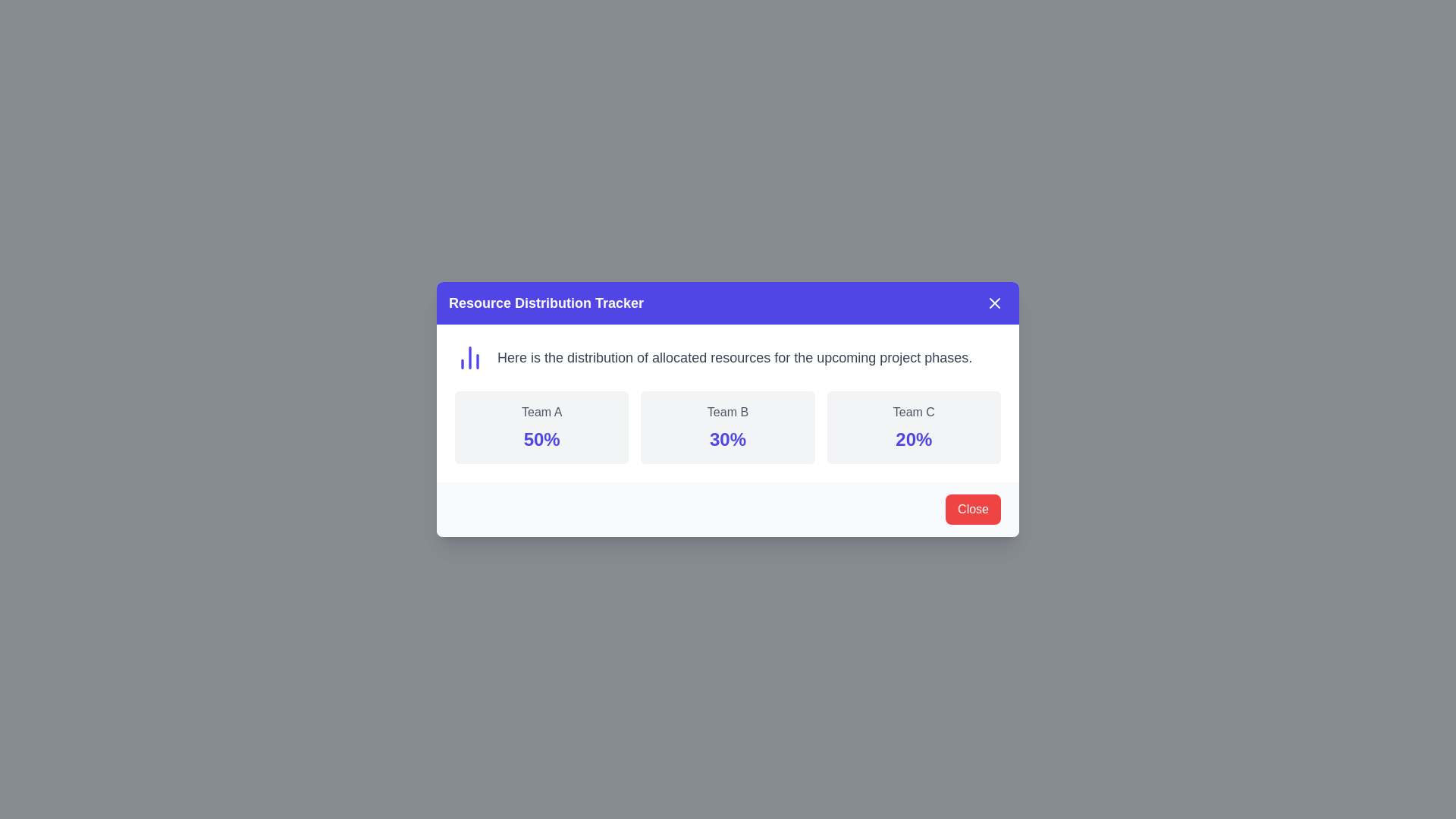 The width and height of the screenshot is (1456, 819). Describe the element at coordinates (973, 509) in the screenshot. I see `the 'Close' button with a sharp red background and white text located in the bottom-right area of the dialog box` at that location.